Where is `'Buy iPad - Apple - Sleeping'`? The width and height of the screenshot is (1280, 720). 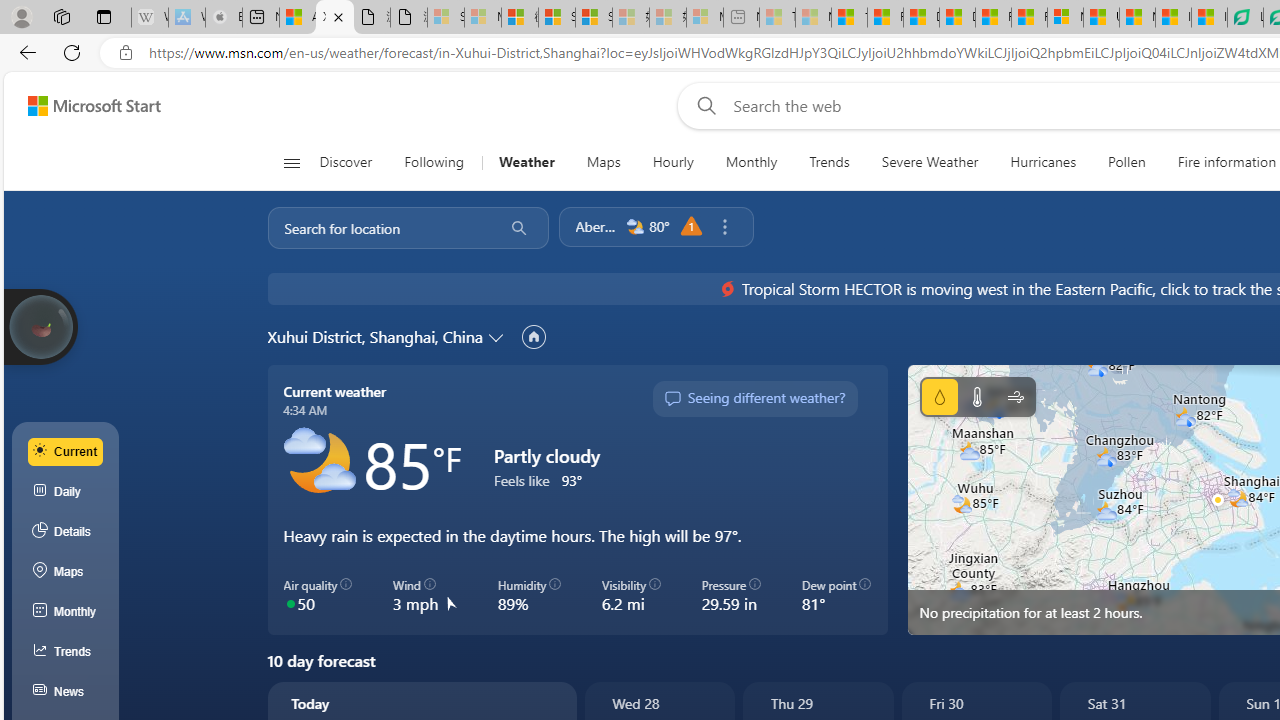
'Buy iPad - Apple - Sleeping' is located at coordinates (224, 17).